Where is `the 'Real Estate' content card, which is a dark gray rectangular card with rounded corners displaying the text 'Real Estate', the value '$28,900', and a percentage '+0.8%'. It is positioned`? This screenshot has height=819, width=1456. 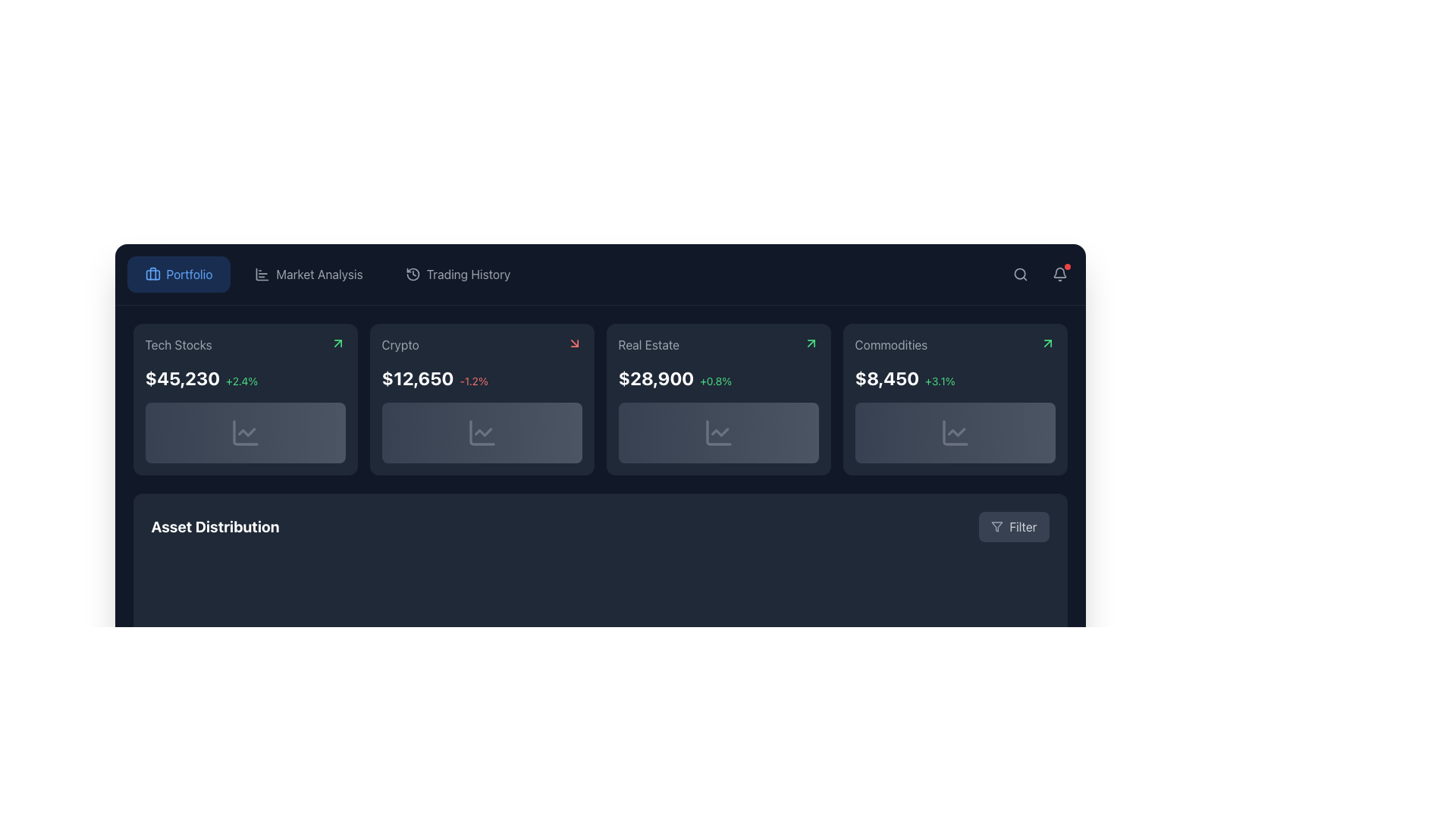 the 'Real Estate' content card, which is a dark gray rectangular card with rounded corners displaying the text 'Real Estate', the value '$28,900', and a percentage '+0.8%'. It is positioned is located at coordinates (717, 399).